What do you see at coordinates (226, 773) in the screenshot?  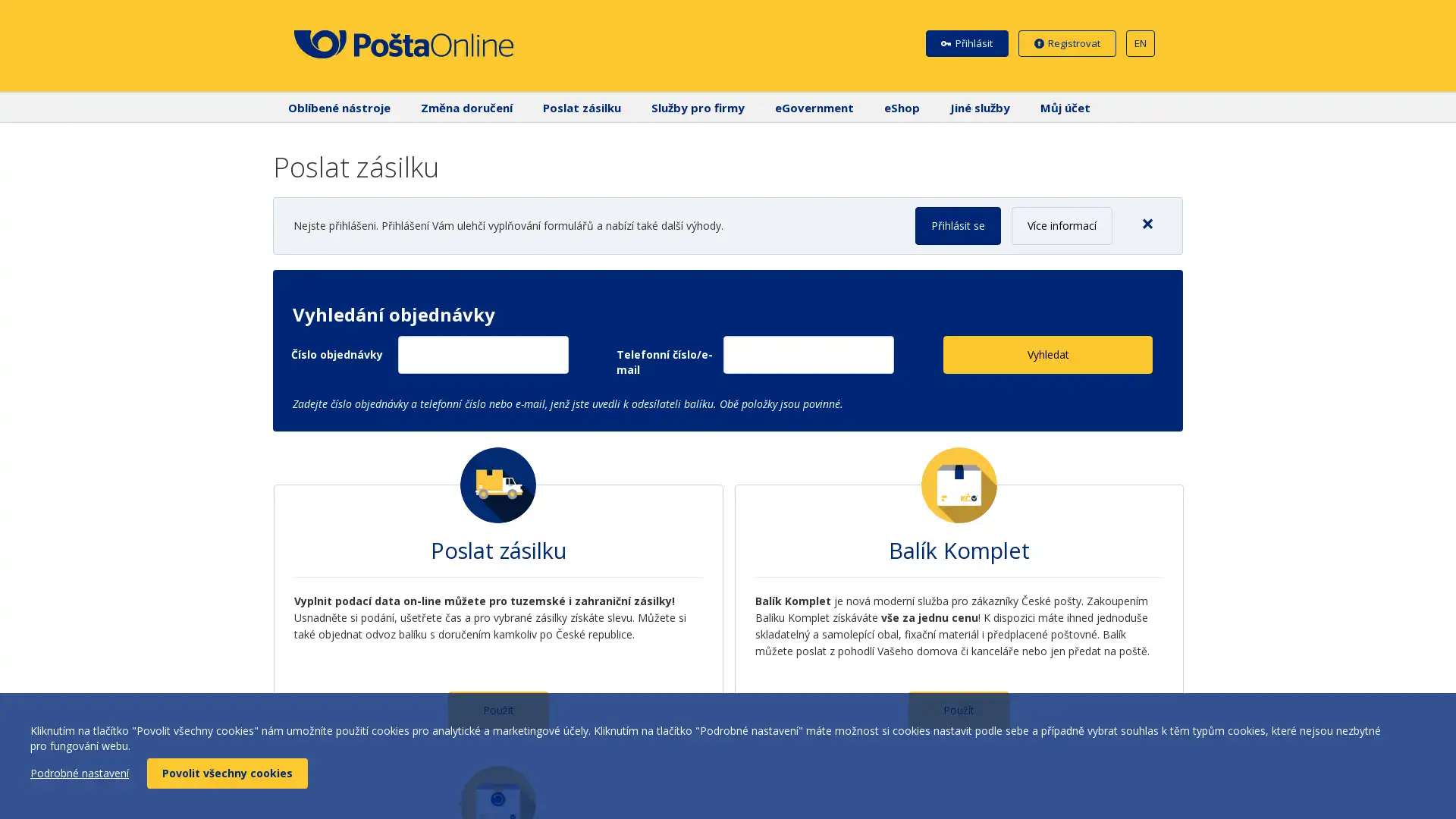 I see `Povolit vsechny cookies` at bounding box center [226, 773].